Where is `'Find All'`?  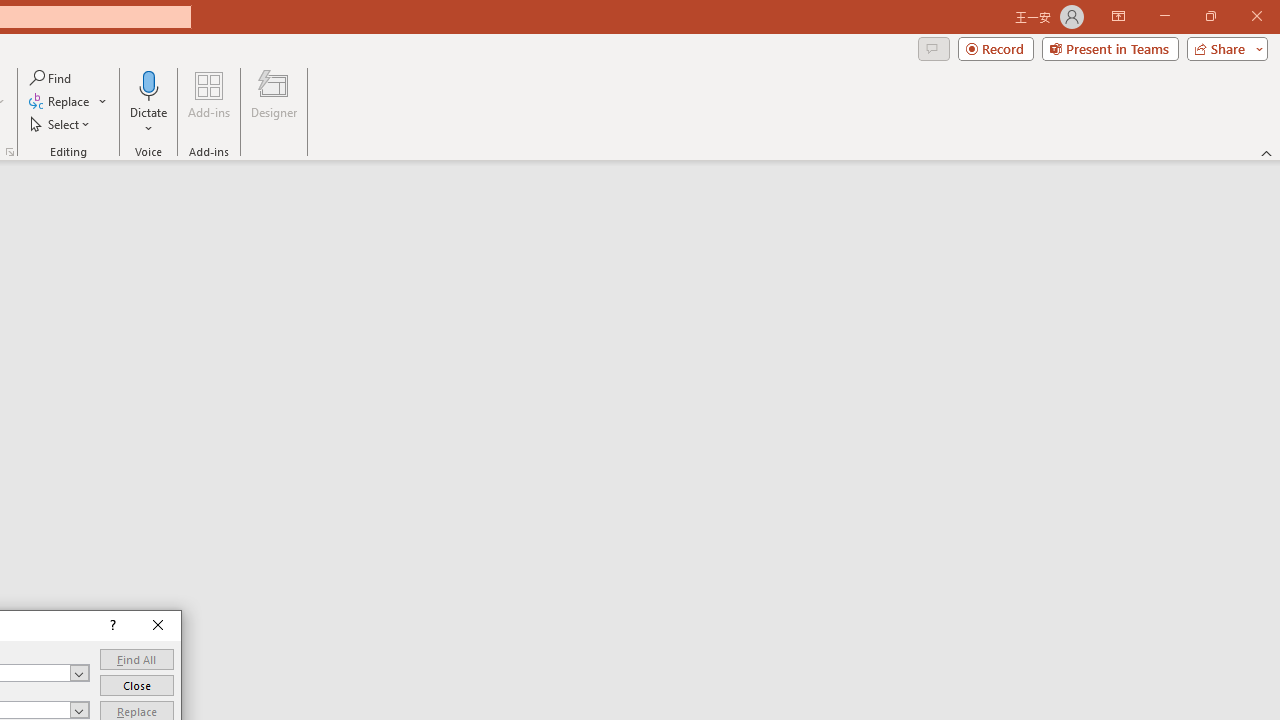
'Find All' is located at coordinates (135, 659).